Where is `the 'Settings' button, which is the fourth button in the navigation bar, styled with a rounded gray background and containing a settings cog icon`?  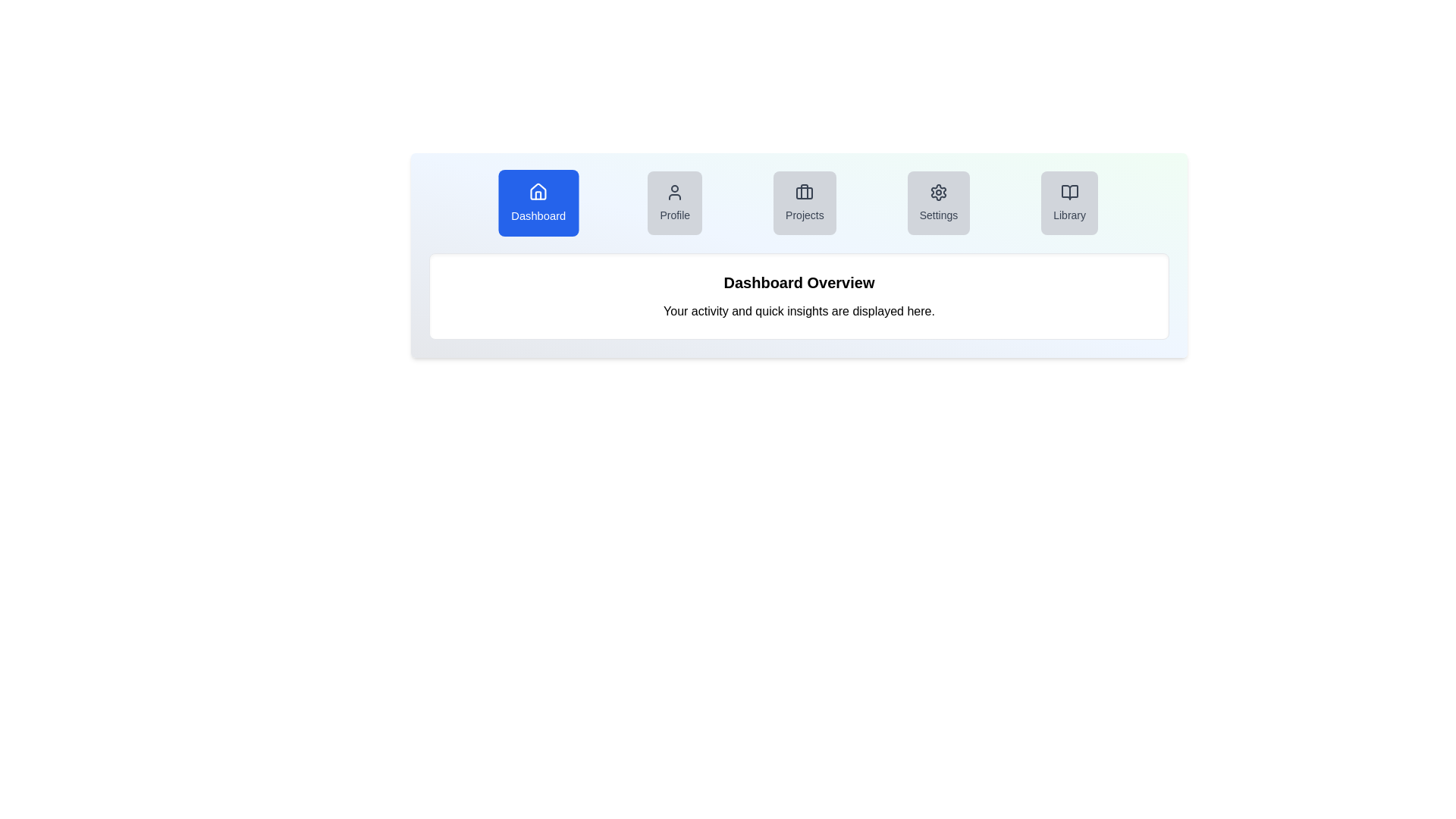
the 'Settings' button, which is the fourth button in the navigation bar, styled with a rounded gray background and containing a settings cog icon is located at coordinates (938, 202).